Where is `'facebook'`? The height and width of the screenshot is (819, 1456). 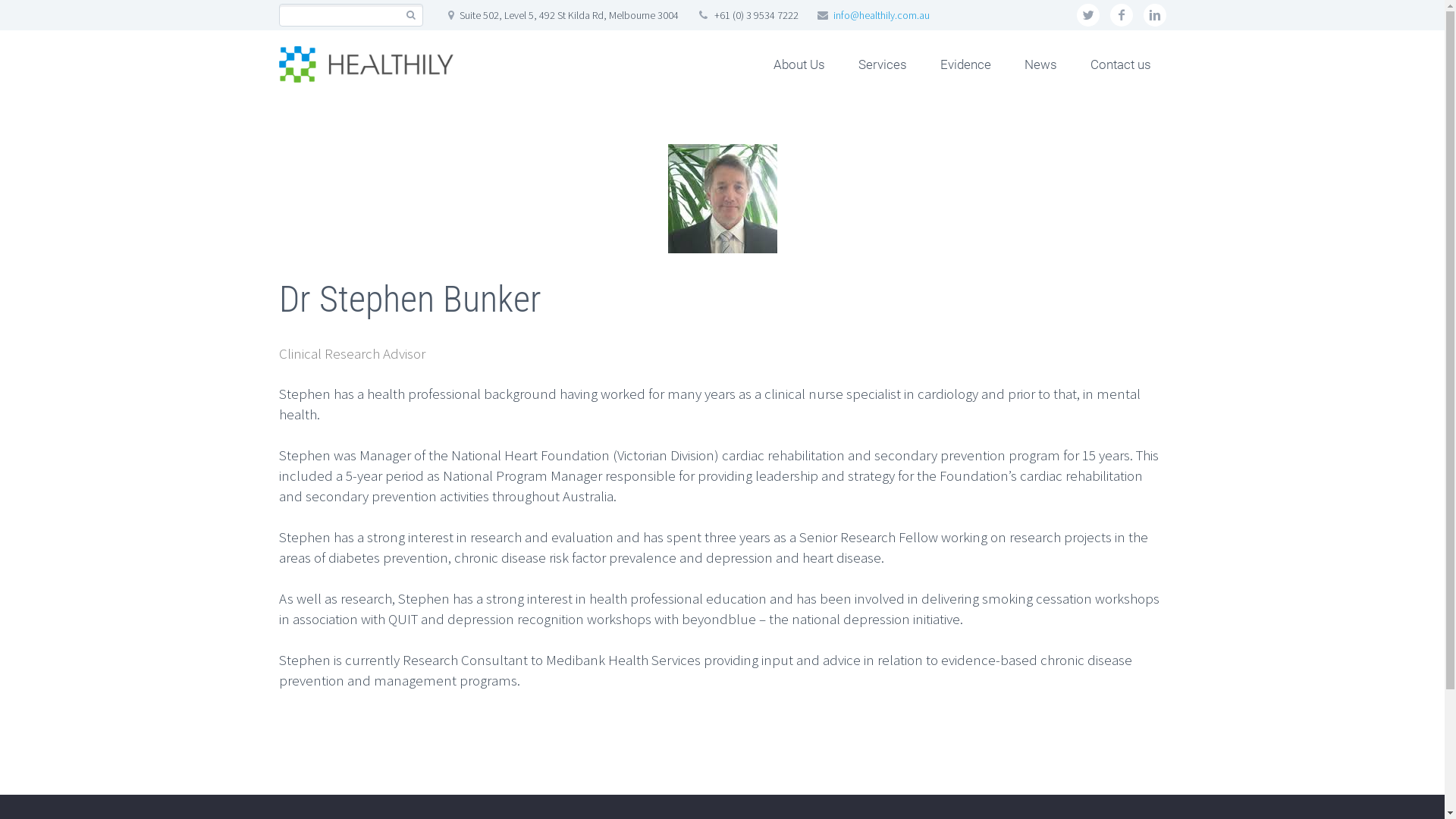 'facebook' is located at coordinates (1121, 14).